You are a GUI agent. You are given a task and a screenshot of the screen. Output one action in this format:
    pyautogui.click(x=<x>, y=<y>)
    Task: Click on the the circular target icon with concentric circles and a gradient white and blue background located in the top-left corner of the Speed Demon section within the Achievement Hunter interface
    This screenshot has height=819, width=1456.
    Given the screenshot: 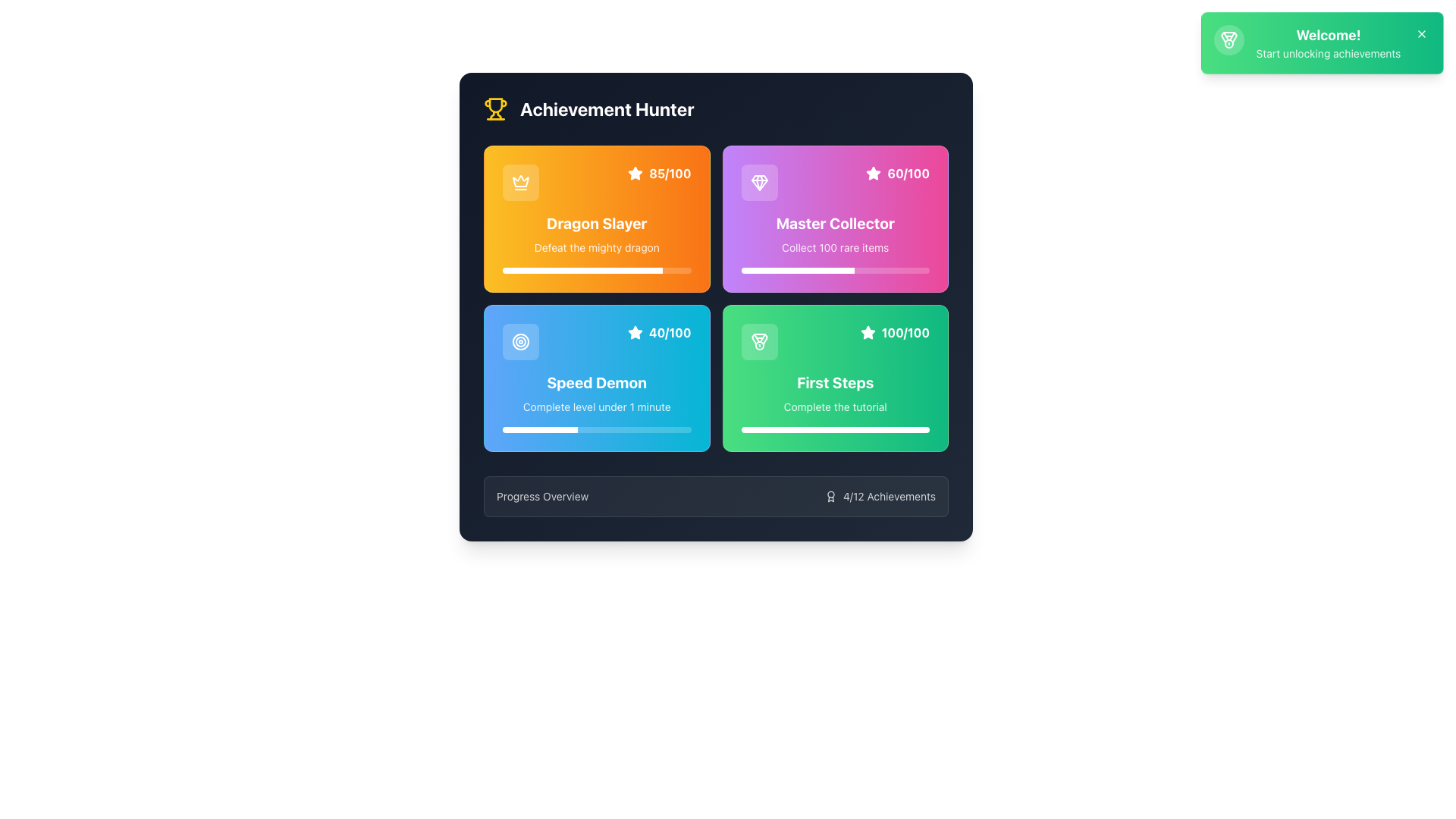 What is the action you would take?
    pyautogui.click(x=520, y=342)
    